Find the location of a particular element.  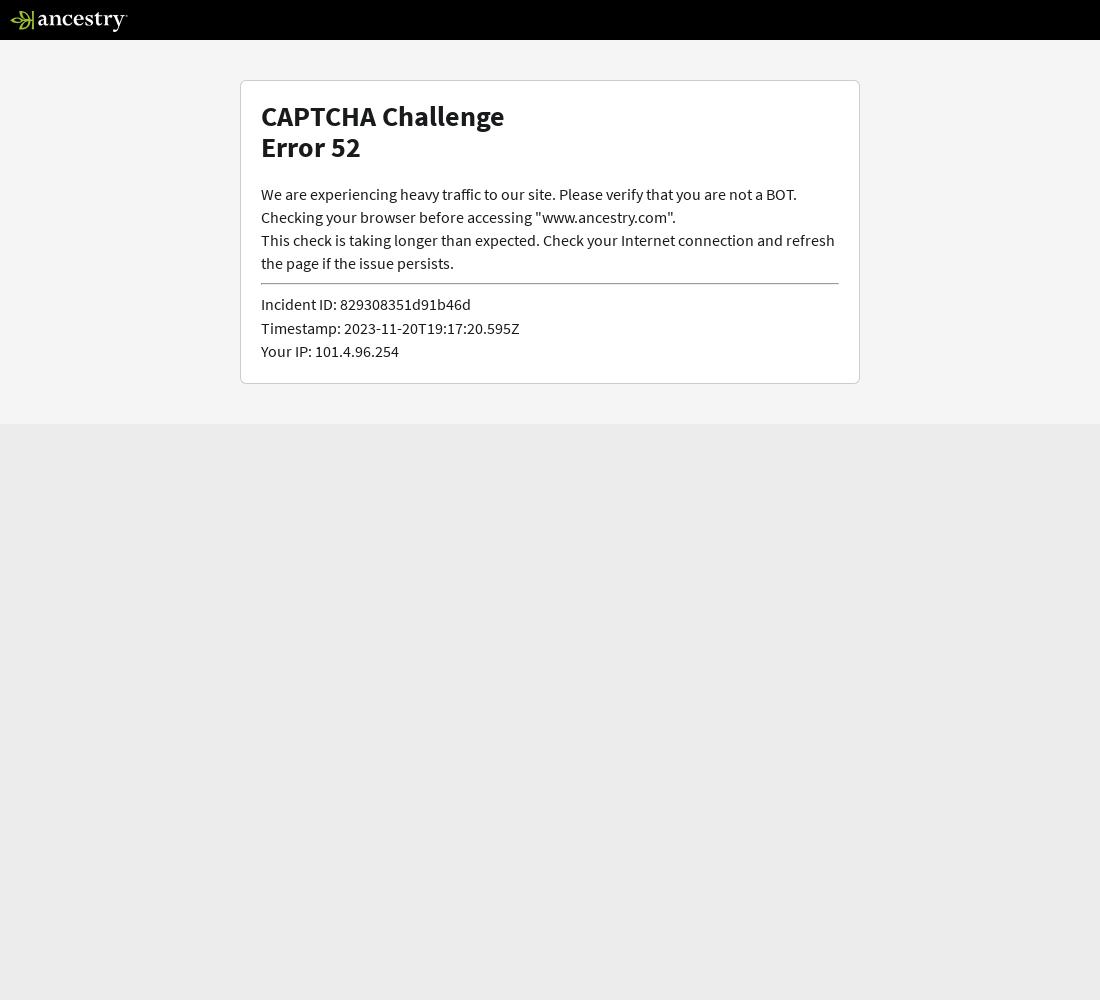

'Incident ID:' is located at coordinates (297, 304).